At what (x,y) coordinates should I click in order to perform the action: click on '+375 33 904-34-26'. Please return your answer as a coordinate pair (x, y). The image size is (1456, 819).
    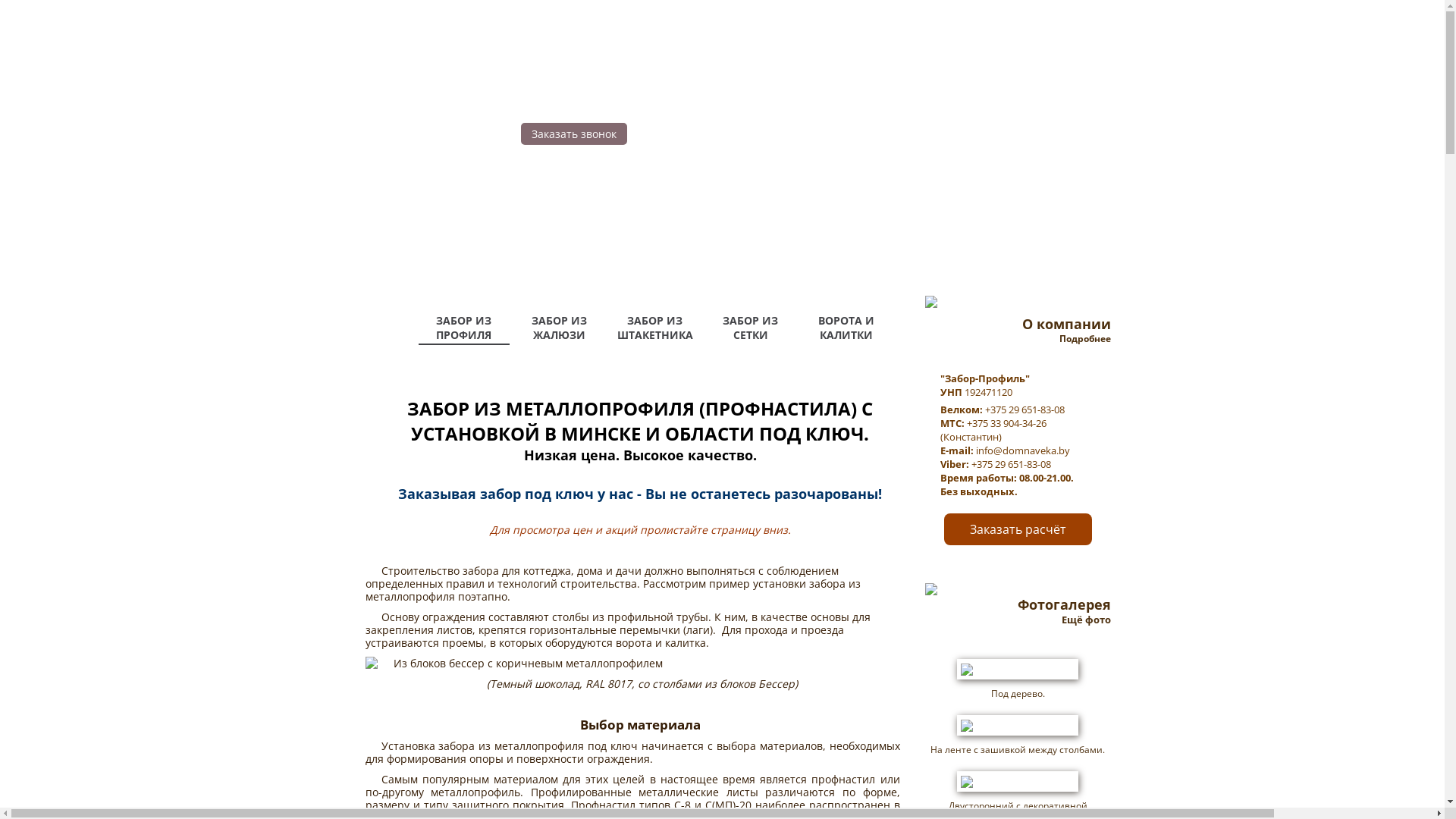
    Looking at the image, I should click on (1006, 423).